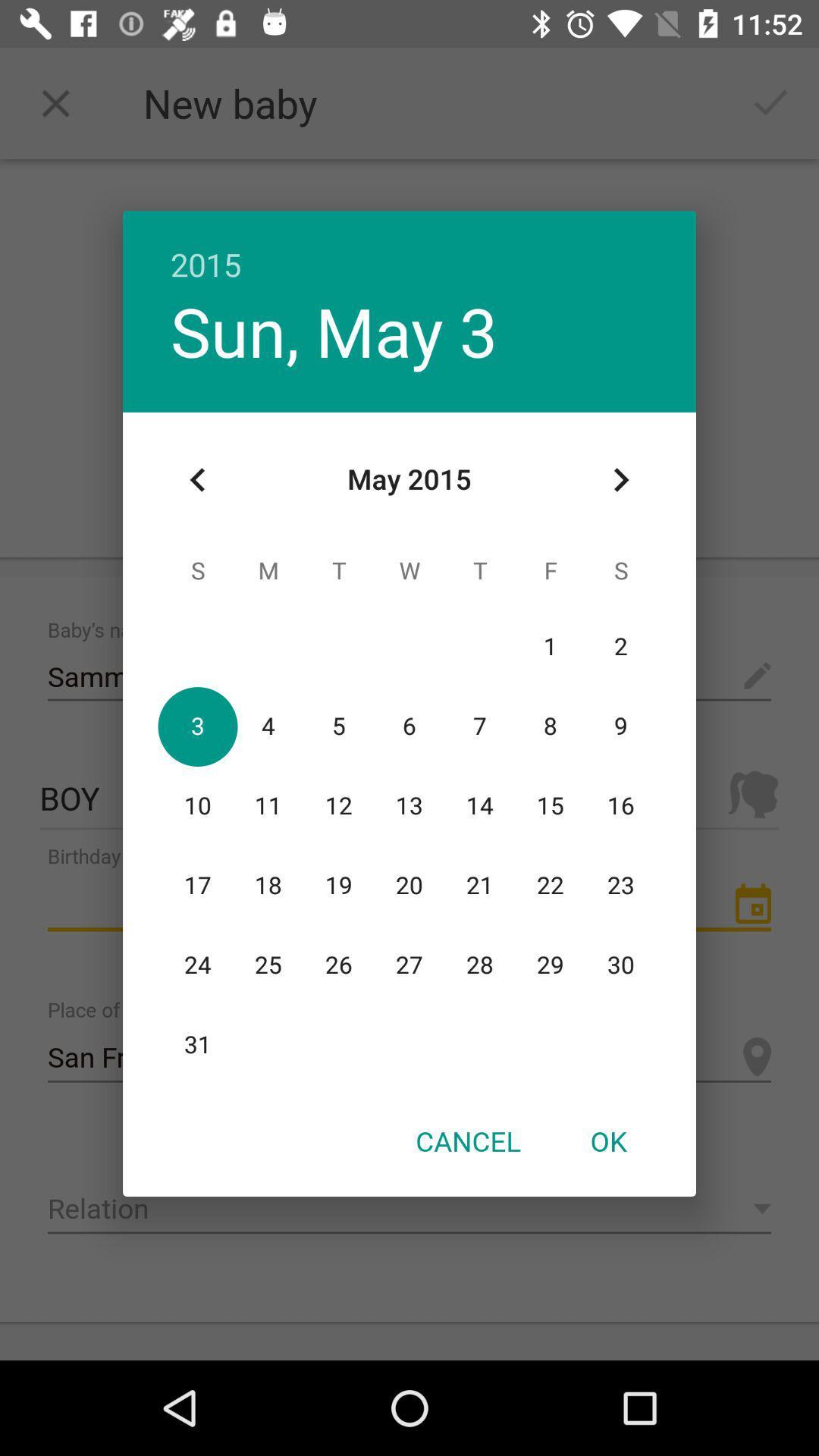 Image resolution: width=819 pixels, height=1456 pixels. What do you see at coordinates (607, 1141) in the screenshot?
I see `the item to the right of cancel icon` at bounding box center [607, 1141].